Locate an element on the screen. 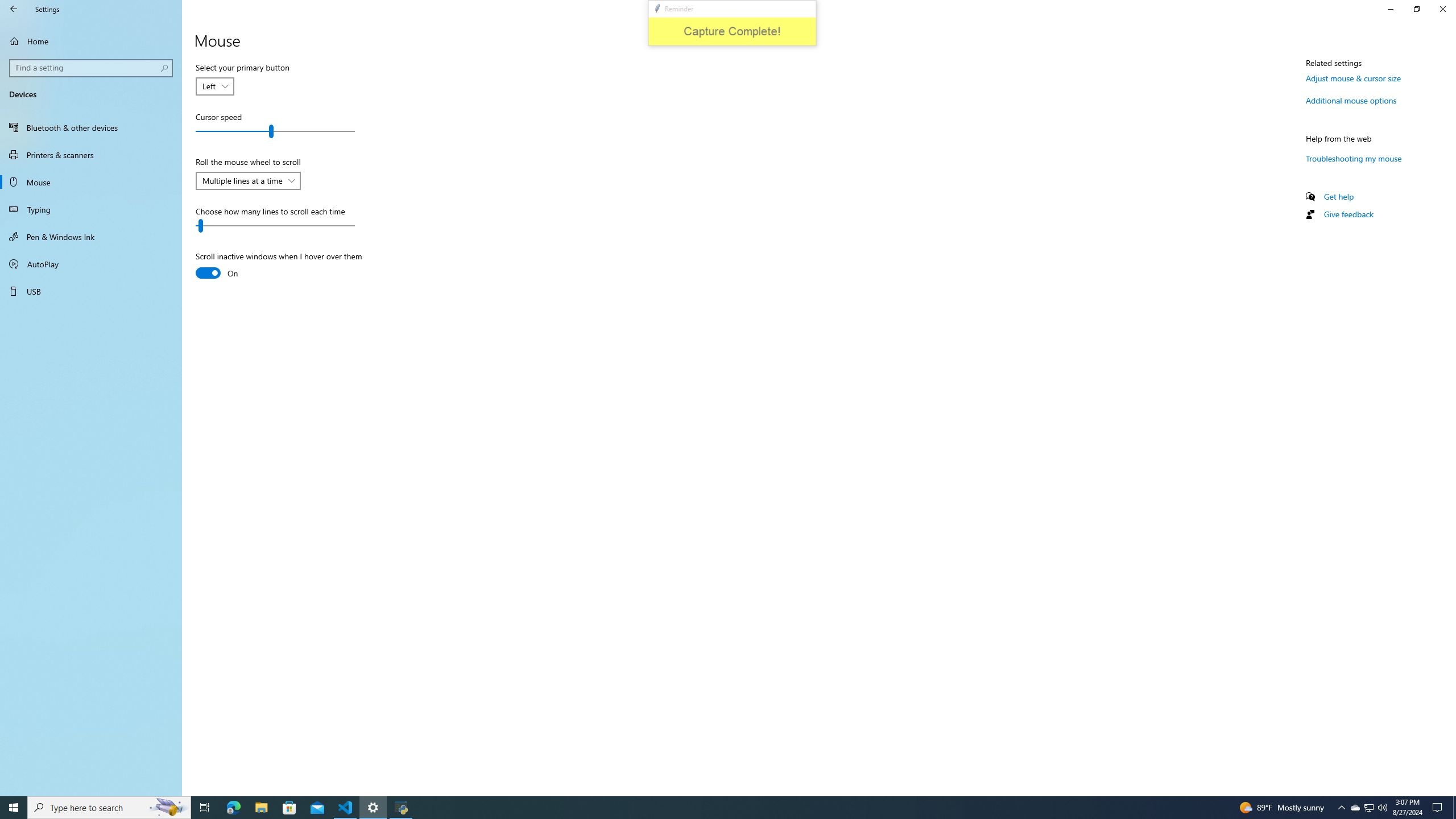 Image resolution: width=1456 pixels, height=819 pixels. 'Close Settings' is located at coordinates (1442, 9).